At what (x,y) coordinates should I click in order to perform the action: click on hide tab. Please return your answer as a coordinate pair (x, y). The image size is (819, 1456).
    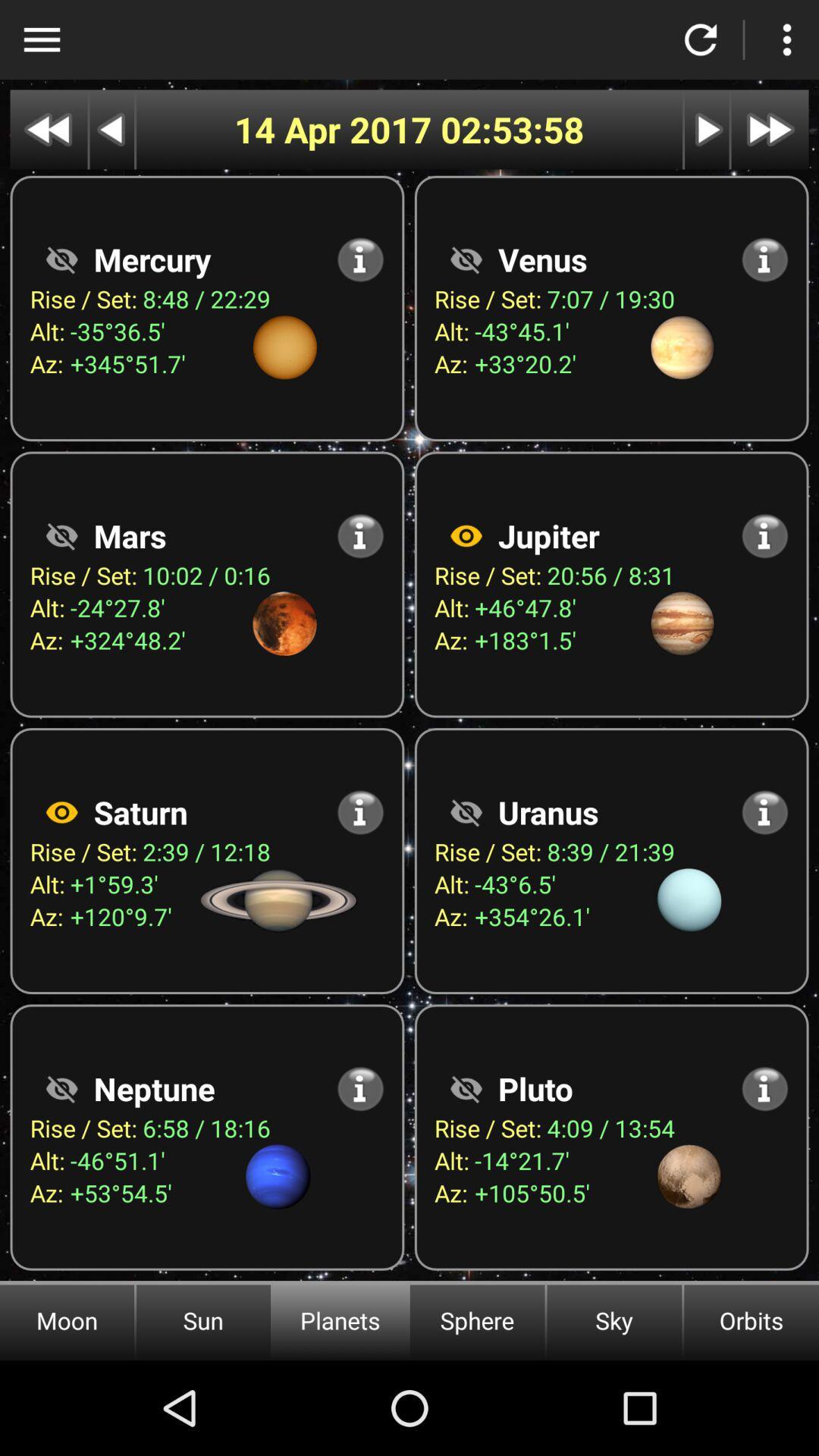
    Looking at the image, I should click on (465, 259).